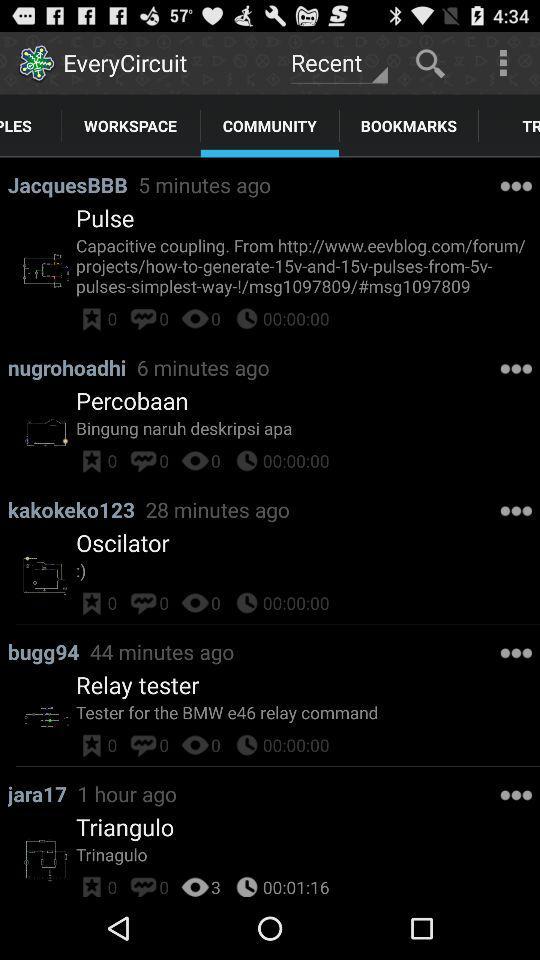  Describe the element at coordinates (72, 184) in the screenshot. I see `jacquesbbb icon` at that location.